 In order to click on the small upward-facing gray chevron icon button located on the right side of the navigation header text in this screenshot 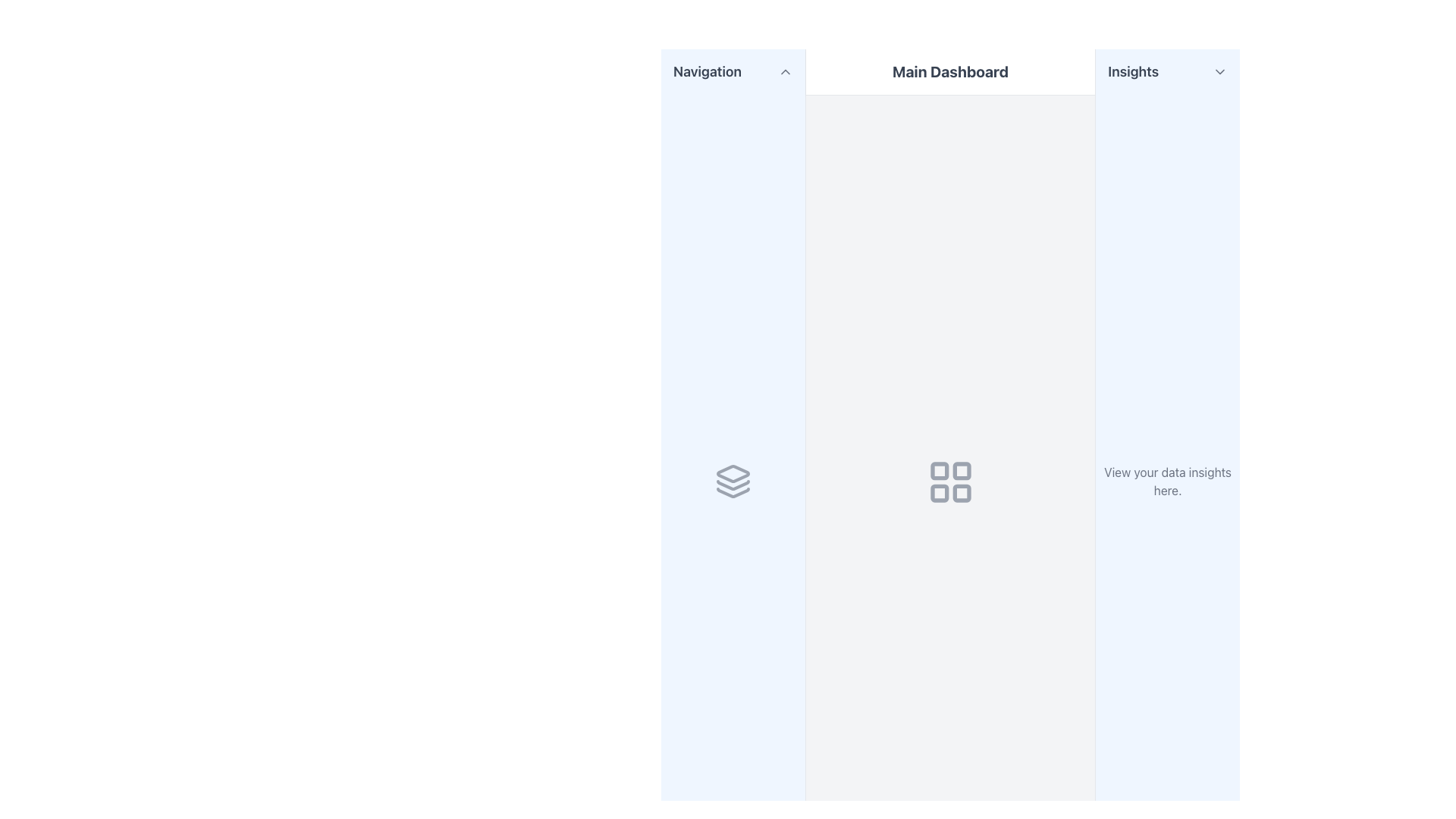, I will do `click(785, 72)`.